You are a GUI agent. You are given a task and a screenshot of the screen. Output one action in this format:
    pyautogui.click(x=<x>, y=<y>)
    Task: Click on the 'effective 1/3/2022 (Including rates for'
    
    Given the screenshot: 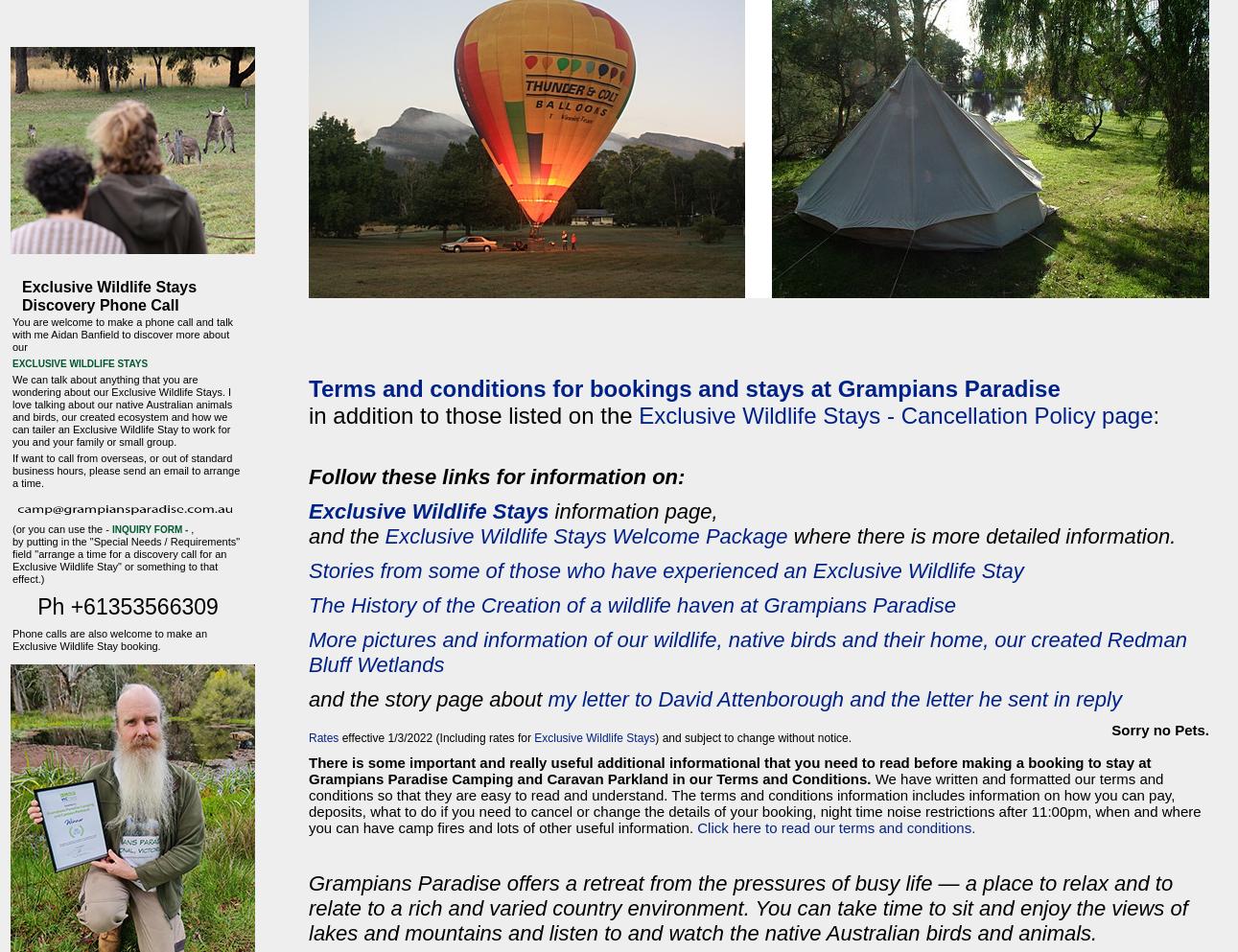 What is the action you would take?
    pyautogui.click(x=434, y=736)
    